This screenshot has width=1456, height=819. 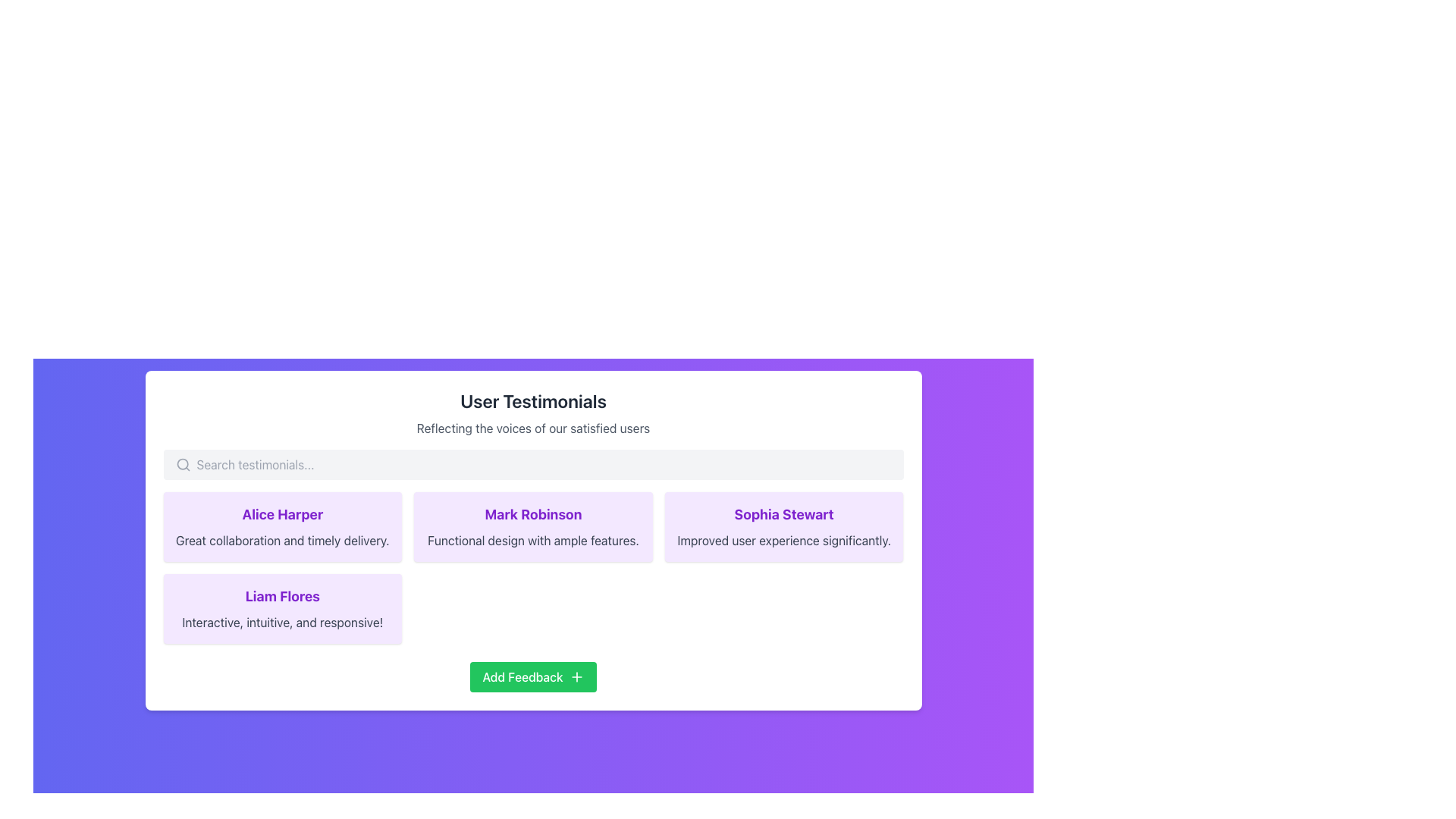 What do you see at coordinates (282, 623) in the screenshot?
I see `the text label displaying the comment or testimonial for 'Liam Flores', which is located directly below the name in the card-like structure` at bounding box center [282, 623].